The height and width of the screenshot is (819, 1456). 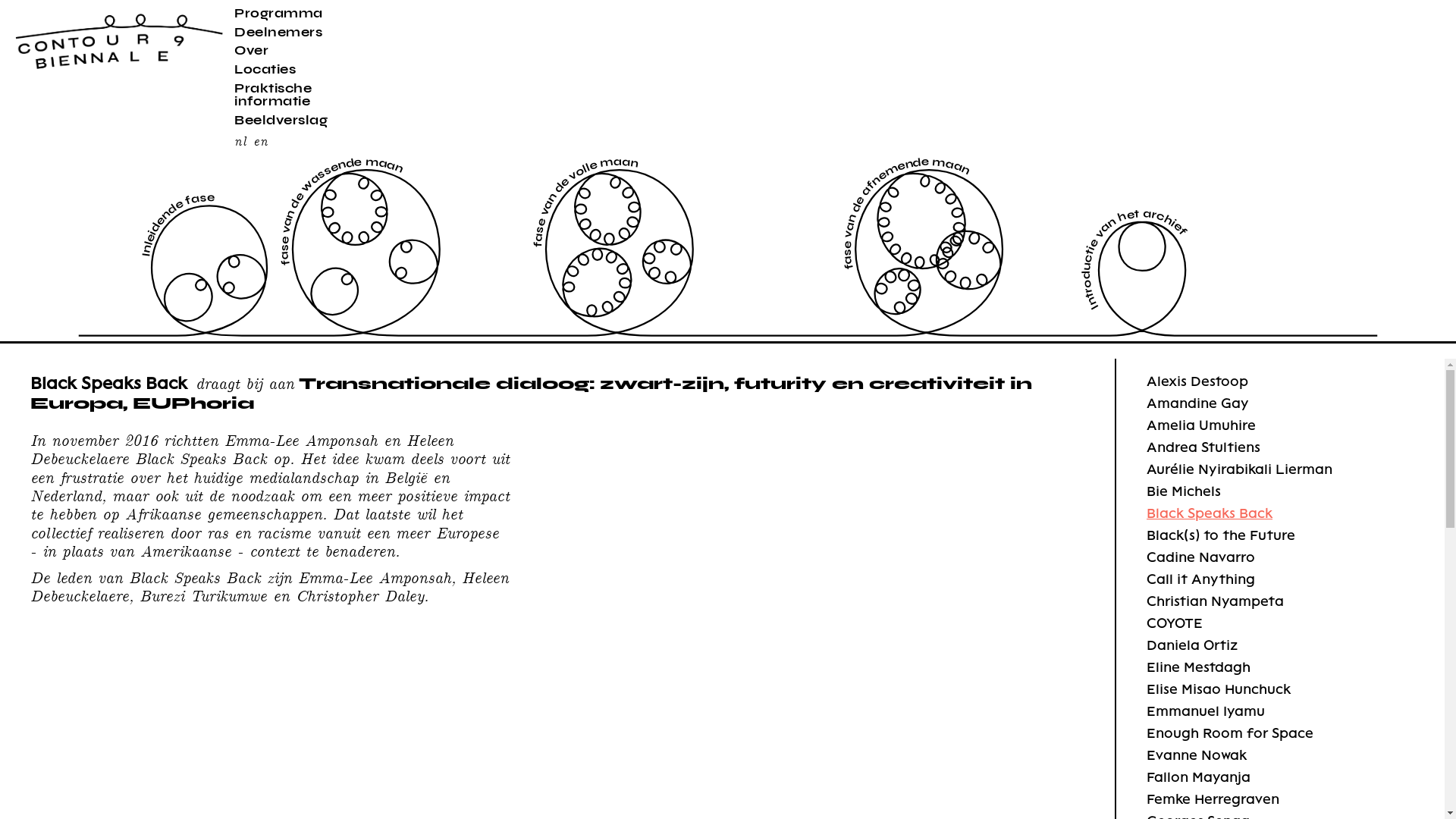 I want to click on 'Eline Mestdagh', so click(x=1197, y=666).